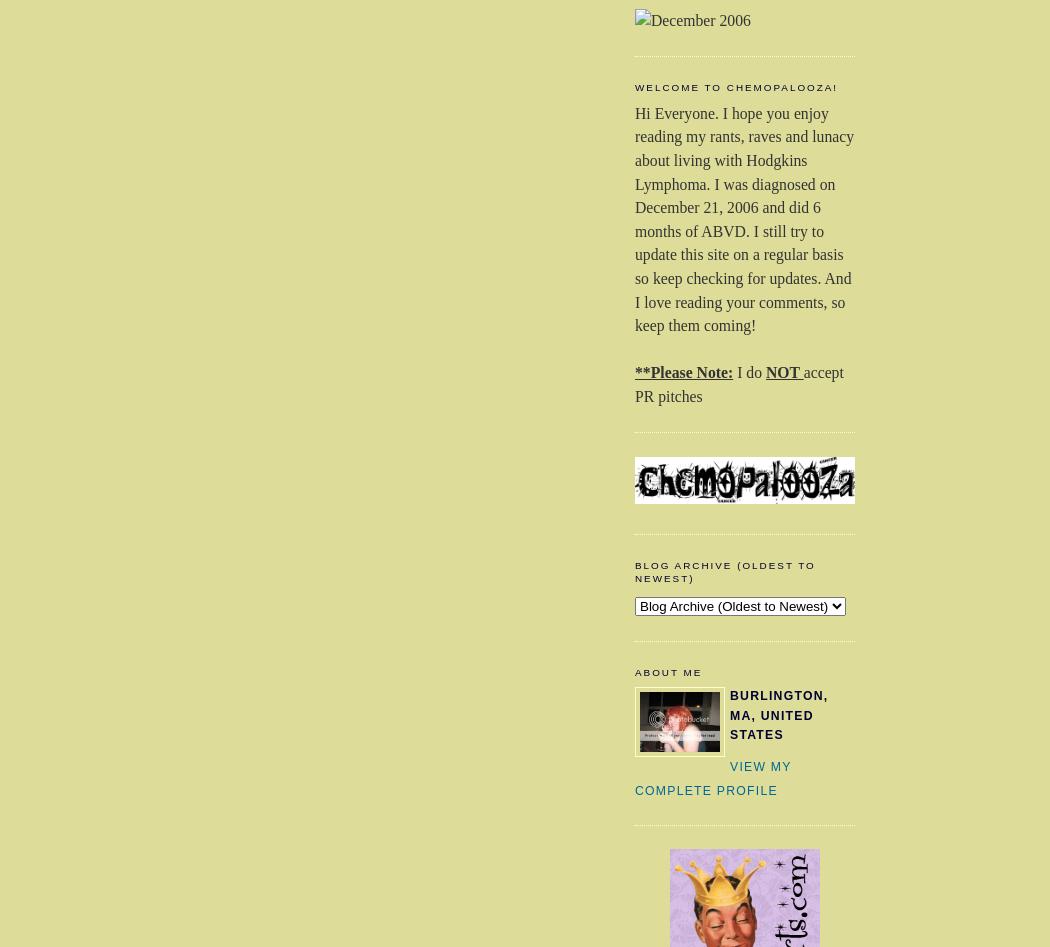 The height and width of the screenshot is (947, 1050). Describe the element at coordinates (635, 777) in the screenshot. I see `'View my complete profile'` at that location.